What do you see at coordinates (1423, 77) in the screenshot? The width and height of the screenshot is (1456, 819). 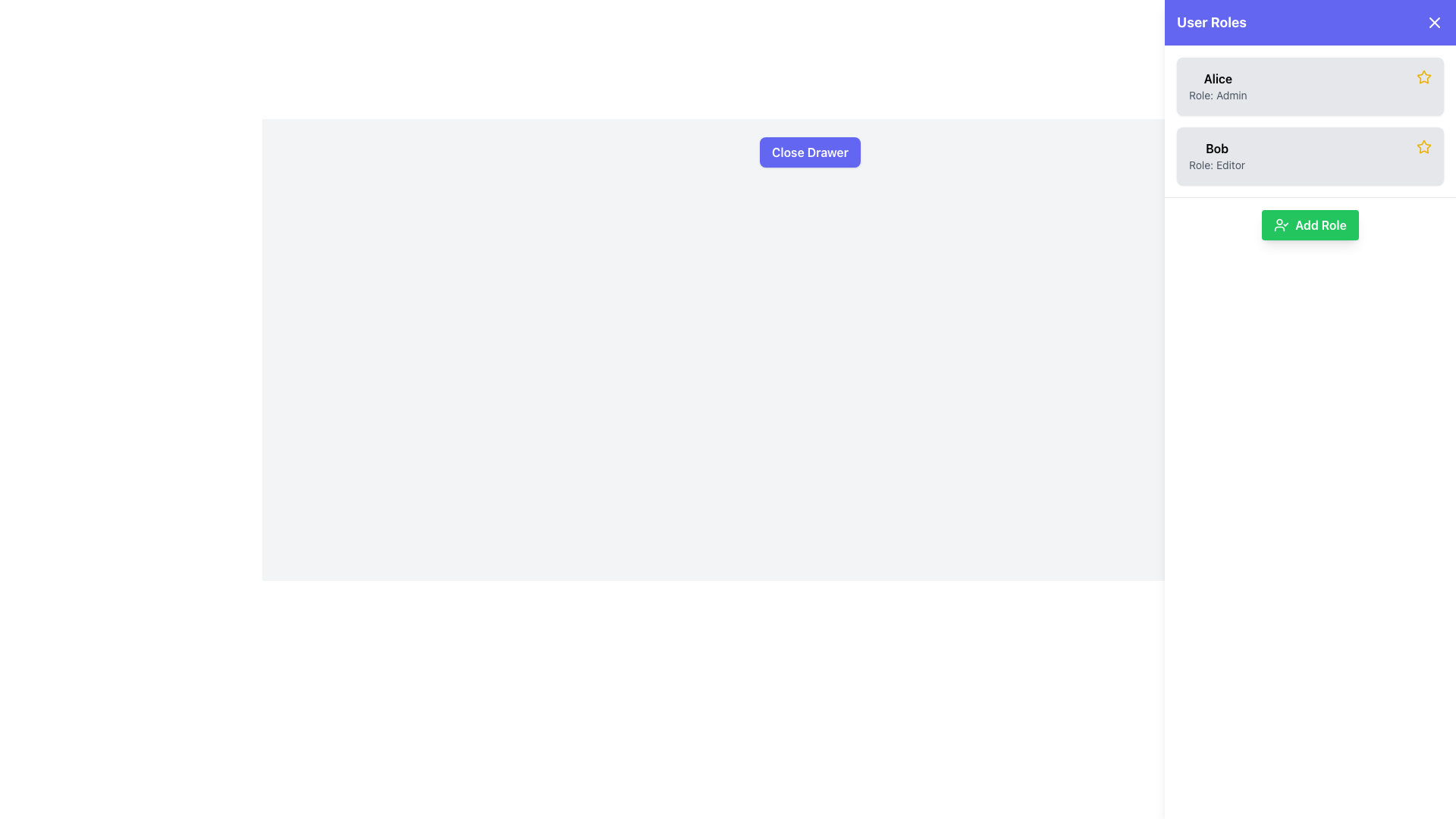 I see `the star icon located to the right of the 'Role: Editor' text in the 'User Roles' drawer` at bounding box center [1423, 77].